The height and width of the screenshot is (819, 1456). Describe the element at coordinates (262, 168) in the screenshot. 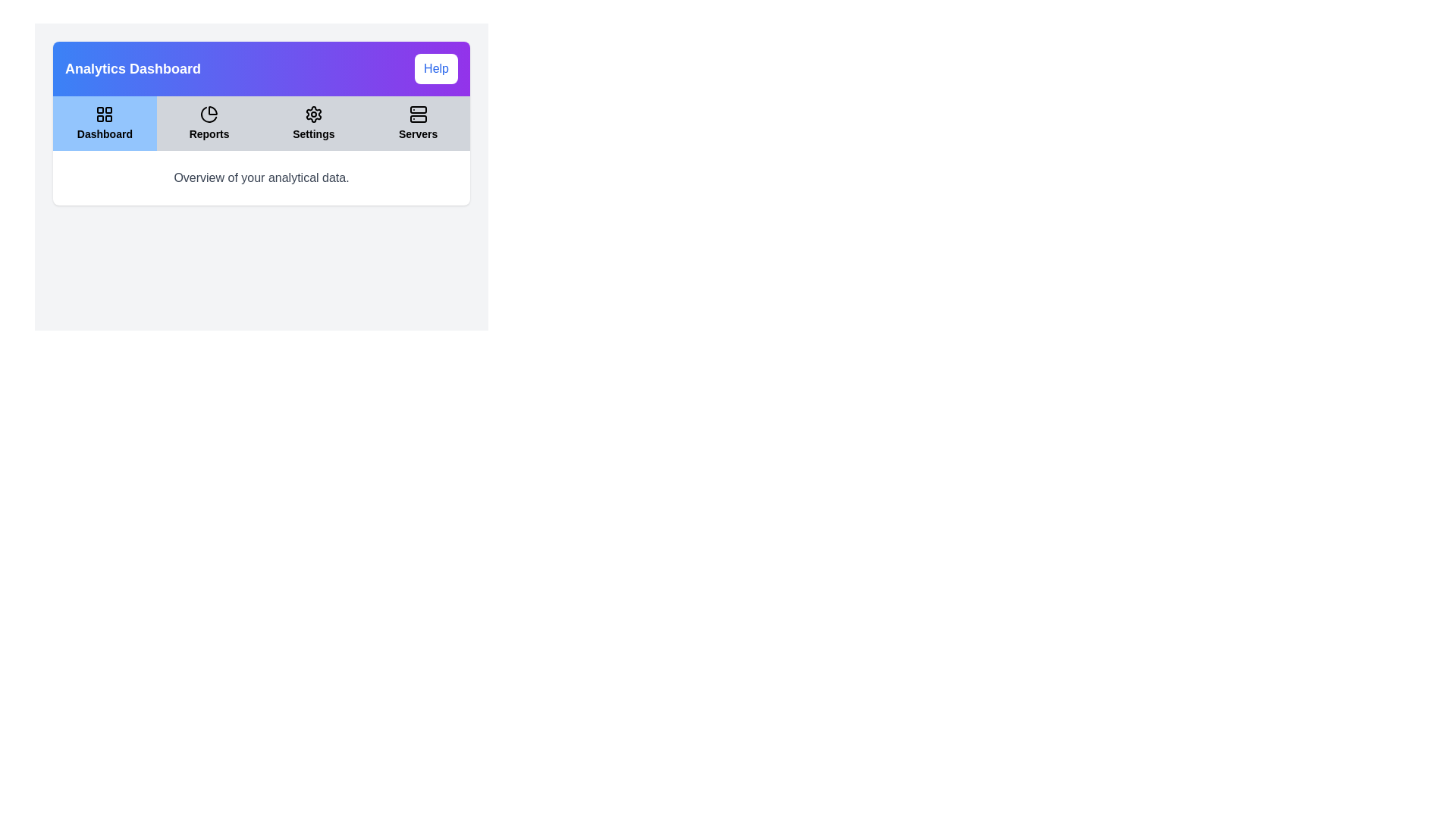

I see `text block containing the message 'Overview of your analytical data.' which is styled in gray font and located centrally beneath the navigation bar` at that location.